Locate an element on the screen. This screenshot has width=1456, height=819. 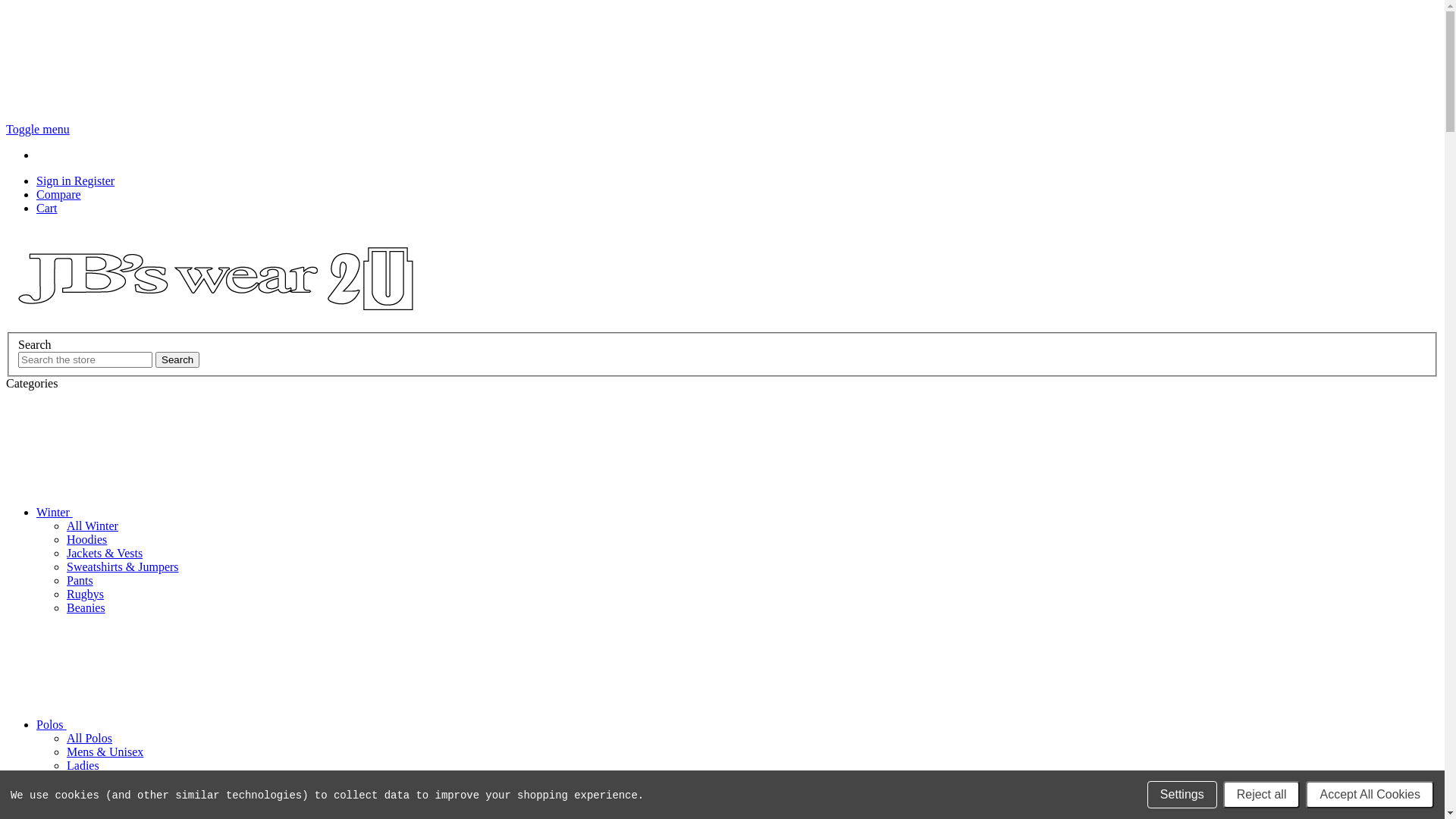
'Compare' is located at coordinates (58, 193).